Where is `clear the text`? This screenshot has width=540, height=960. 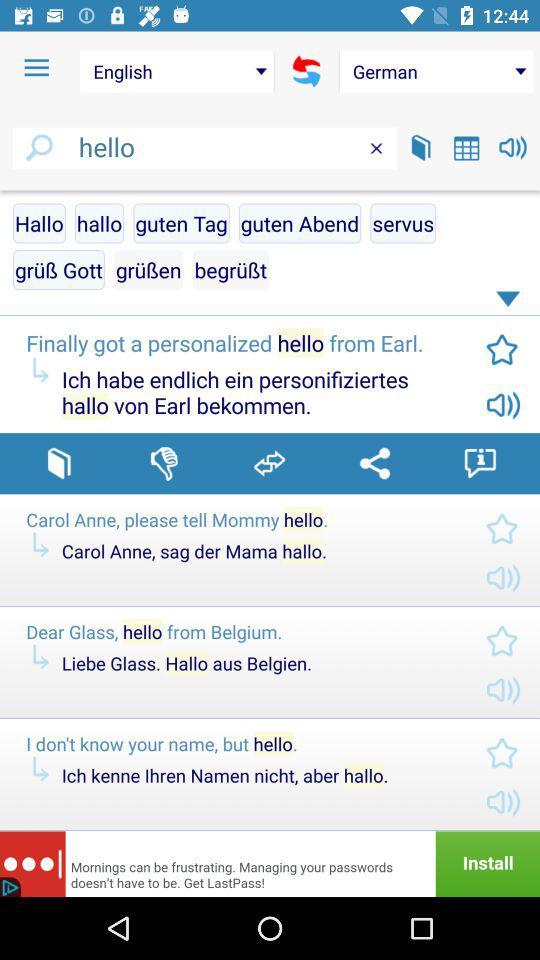 clear the text is located at coordinates (376, 147).